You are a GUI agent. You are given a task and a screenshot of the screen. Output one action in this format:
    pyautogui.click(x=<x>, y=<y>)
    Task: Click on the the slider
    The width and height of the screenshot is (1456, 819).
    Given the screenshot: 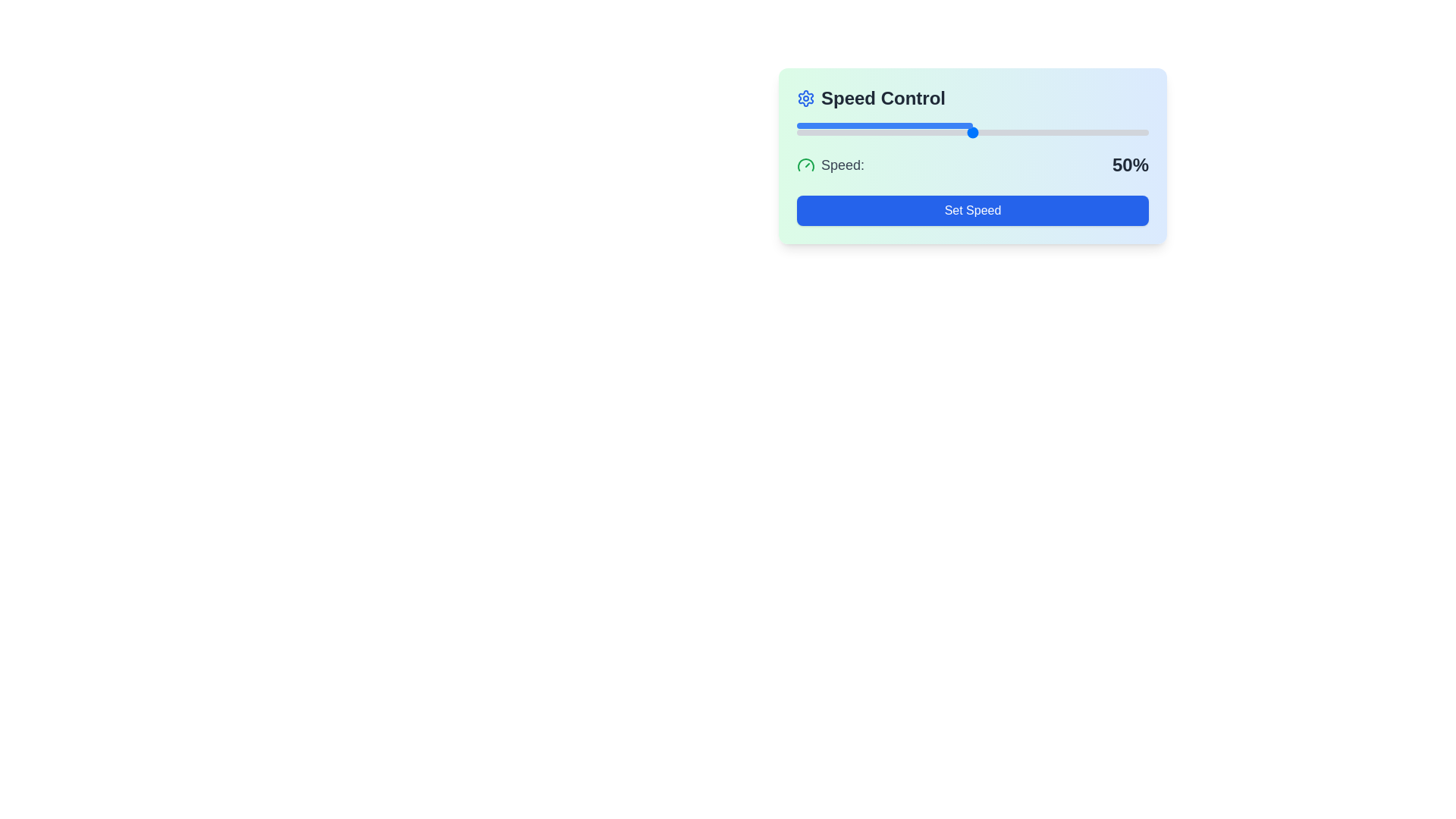 What is the action you would take?
    pyautogui.click(x=1059, y=131)
    